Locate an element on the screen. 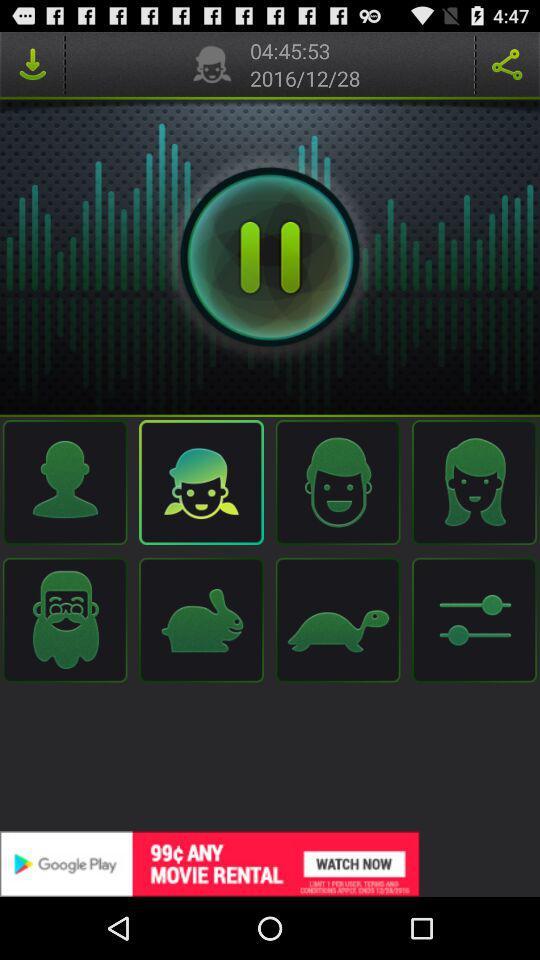 The width and height of the screenshot is (540, 960). download selected sound is located at coordinates (31, 64).